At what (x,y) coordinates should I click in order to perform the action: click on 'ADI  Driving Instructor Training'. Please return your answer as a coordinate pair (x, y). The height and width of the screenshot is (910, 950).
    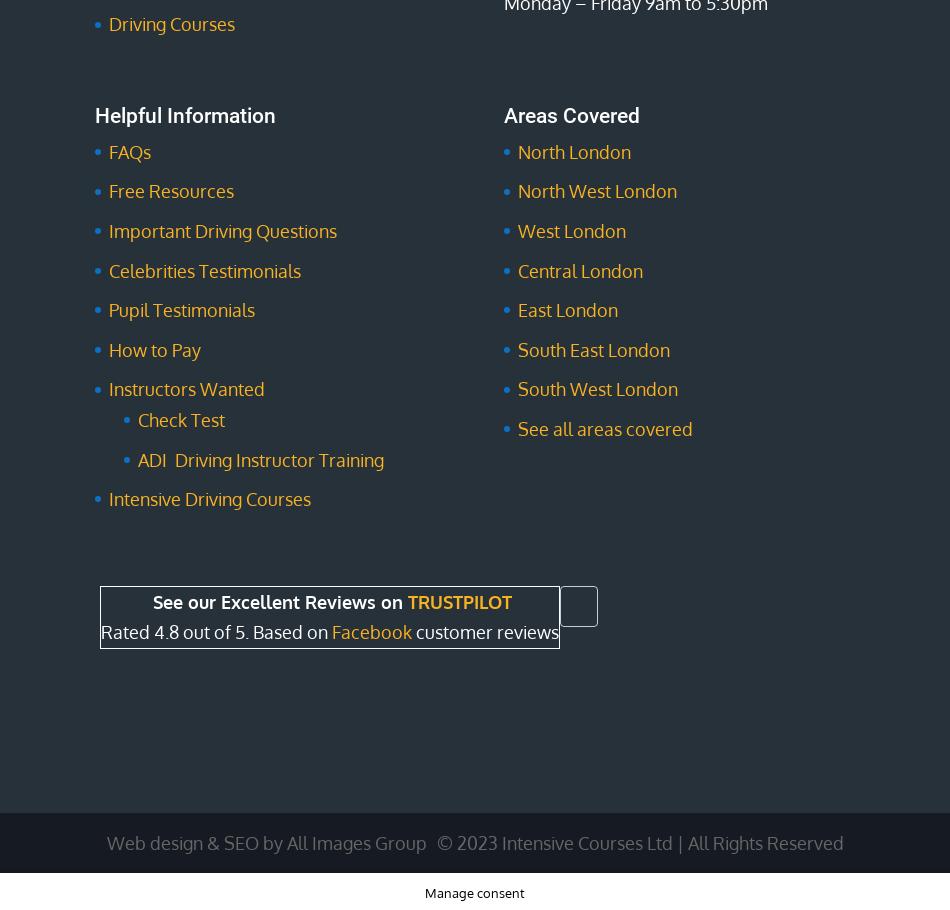
    Looking at the image, I should click on (259, 458).